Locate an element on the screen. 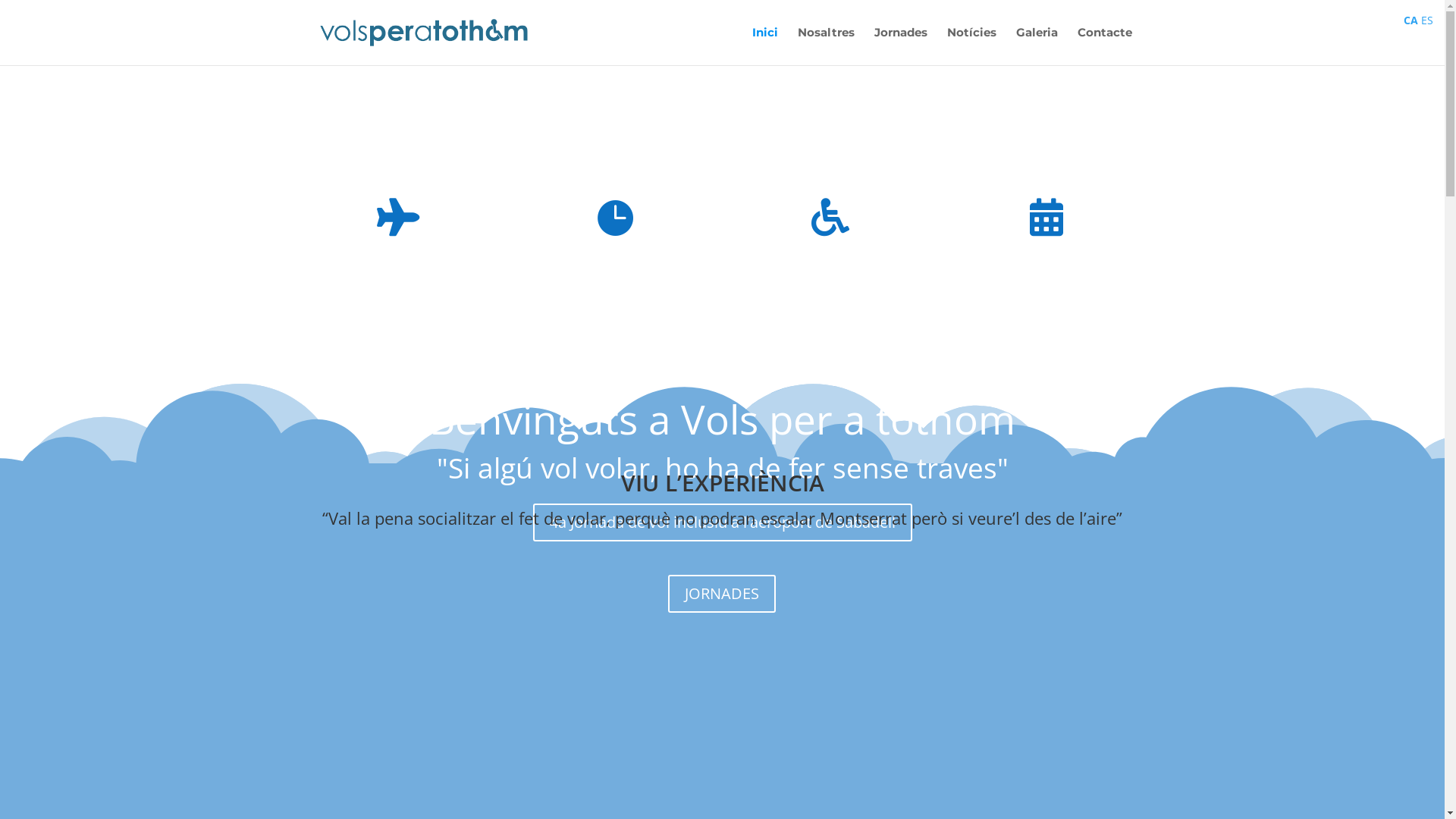  'ES' is located at coordinates (1420, 20).